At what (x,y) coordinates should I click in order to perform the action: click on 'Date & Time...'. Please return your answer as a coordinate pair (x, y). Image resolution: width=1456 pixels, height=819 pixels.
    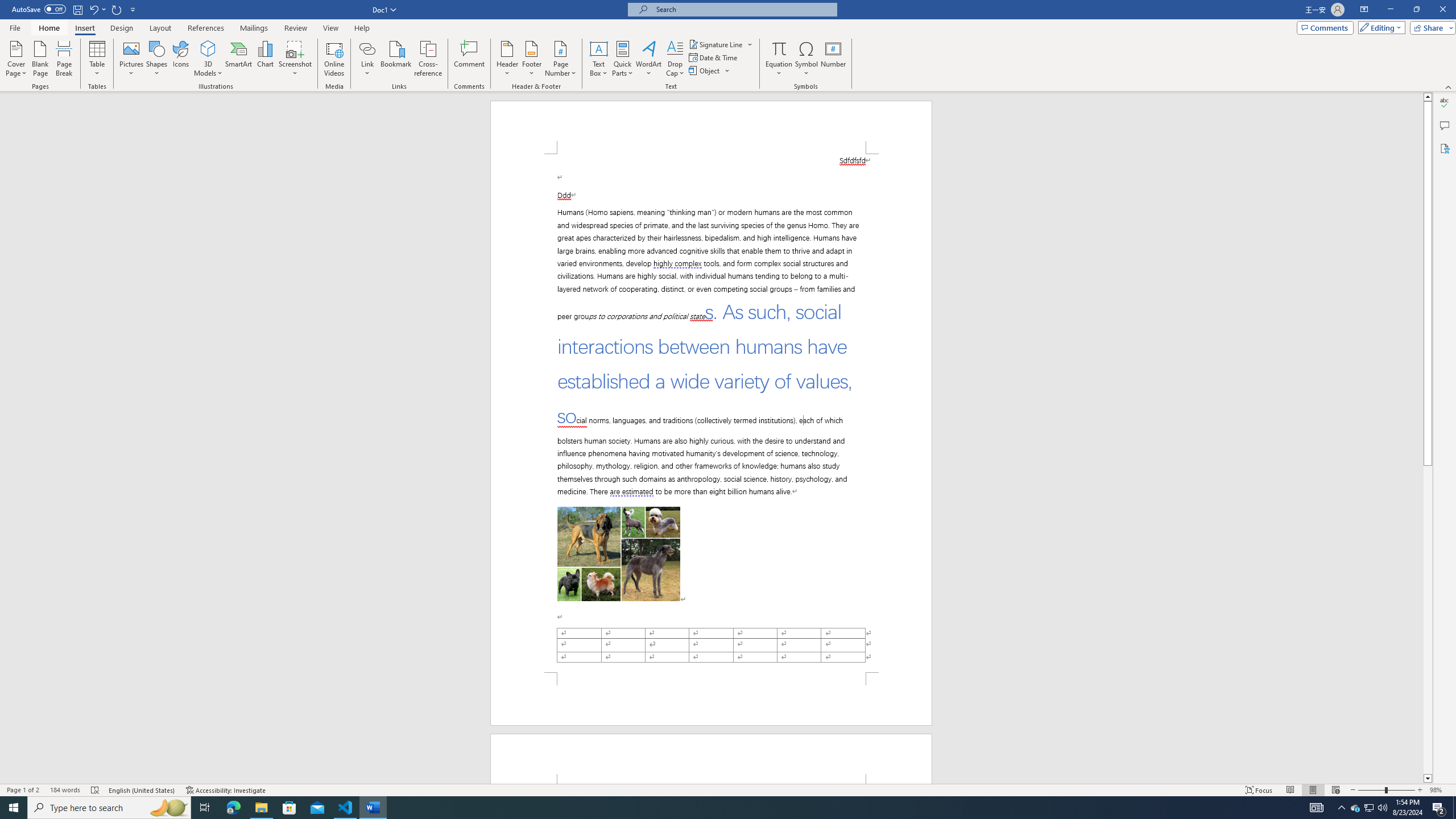
    Looking at the image, I should click on (714, 56).